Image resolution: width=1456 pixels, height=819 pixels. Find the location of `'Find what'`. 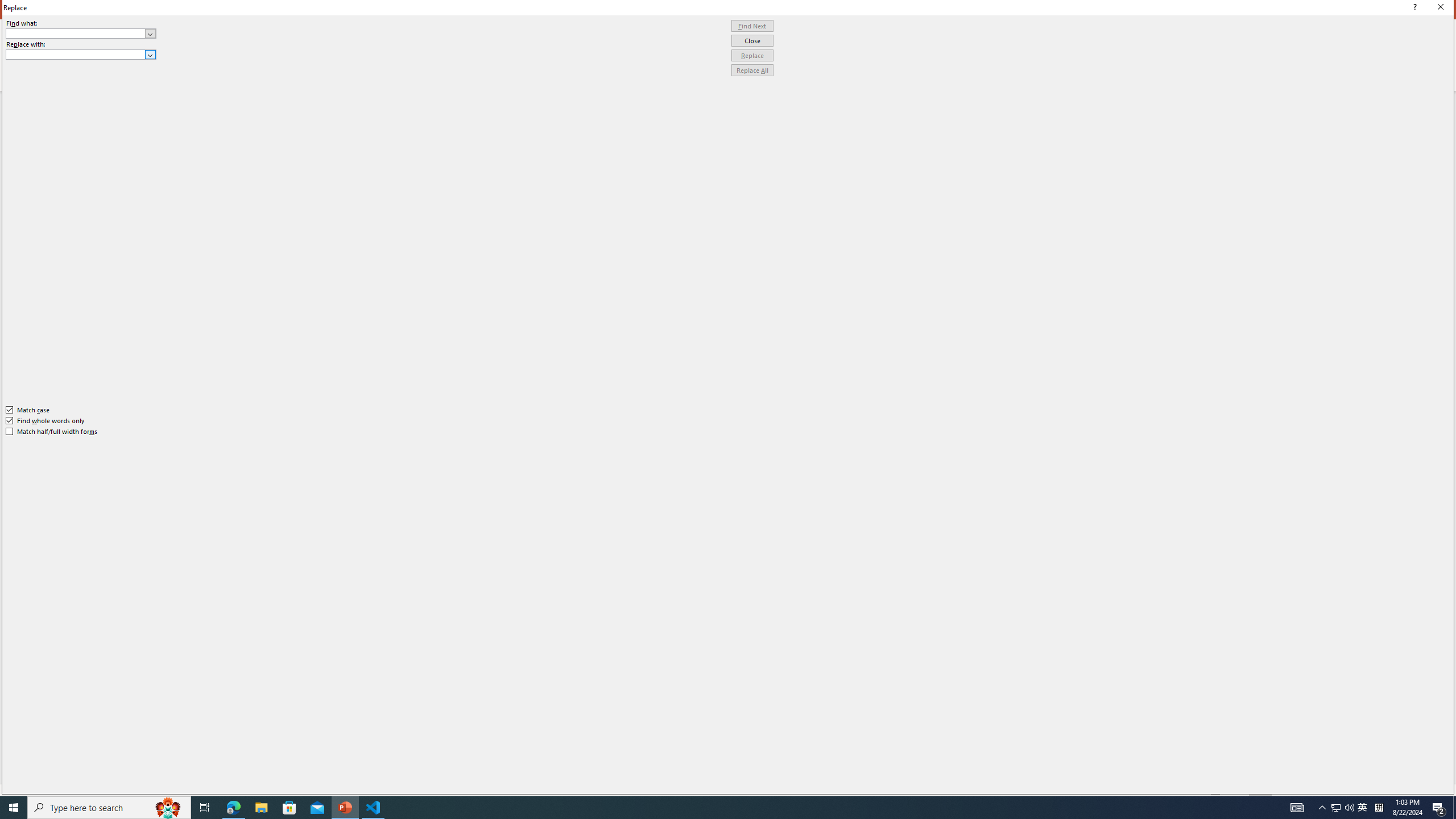

'Find what' is located at coordinates (76, 33).